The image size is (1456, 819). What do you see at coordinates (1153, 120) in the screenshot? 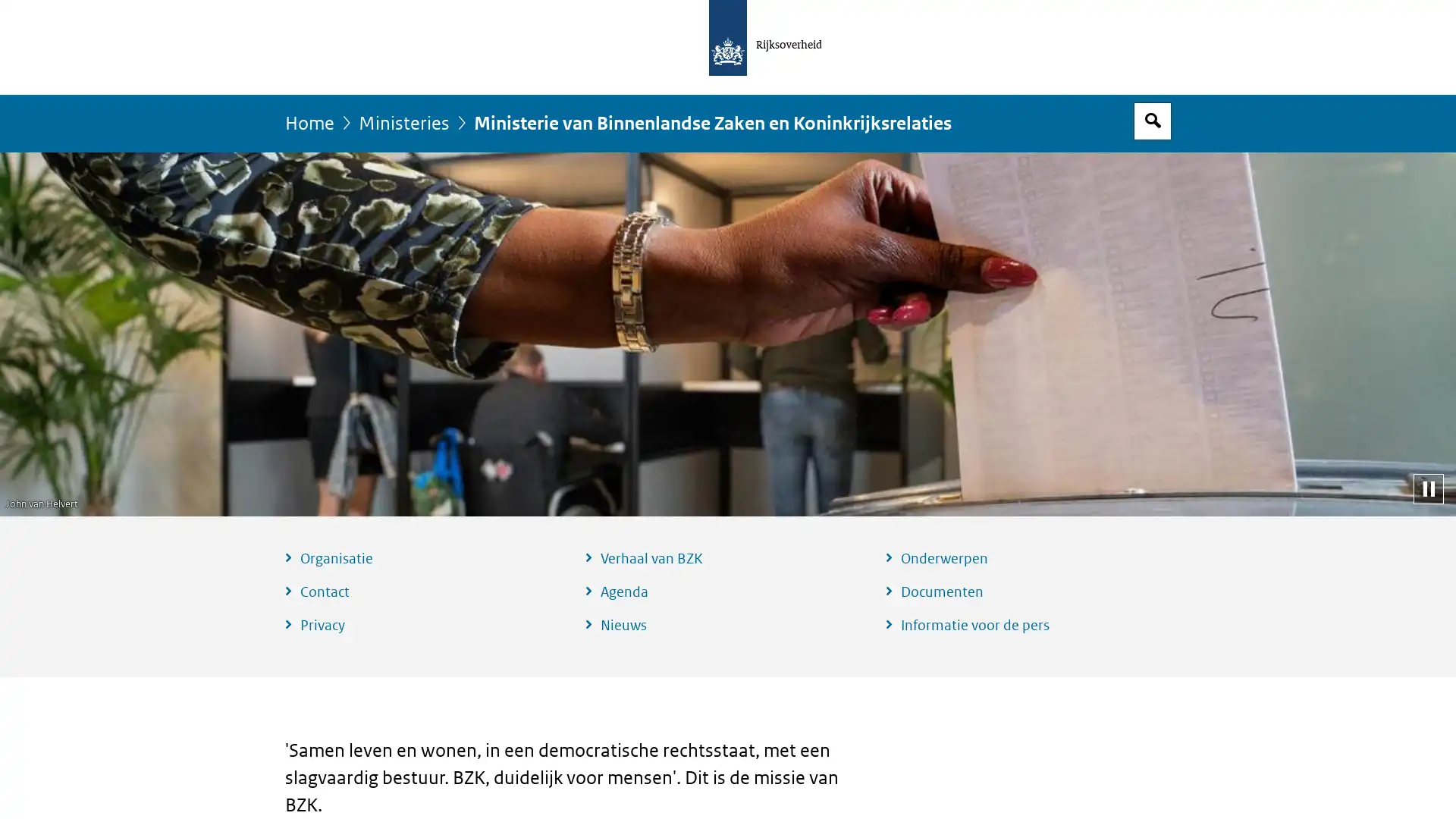
I see `Open zoekveld` at bounding box center [1153, 120].